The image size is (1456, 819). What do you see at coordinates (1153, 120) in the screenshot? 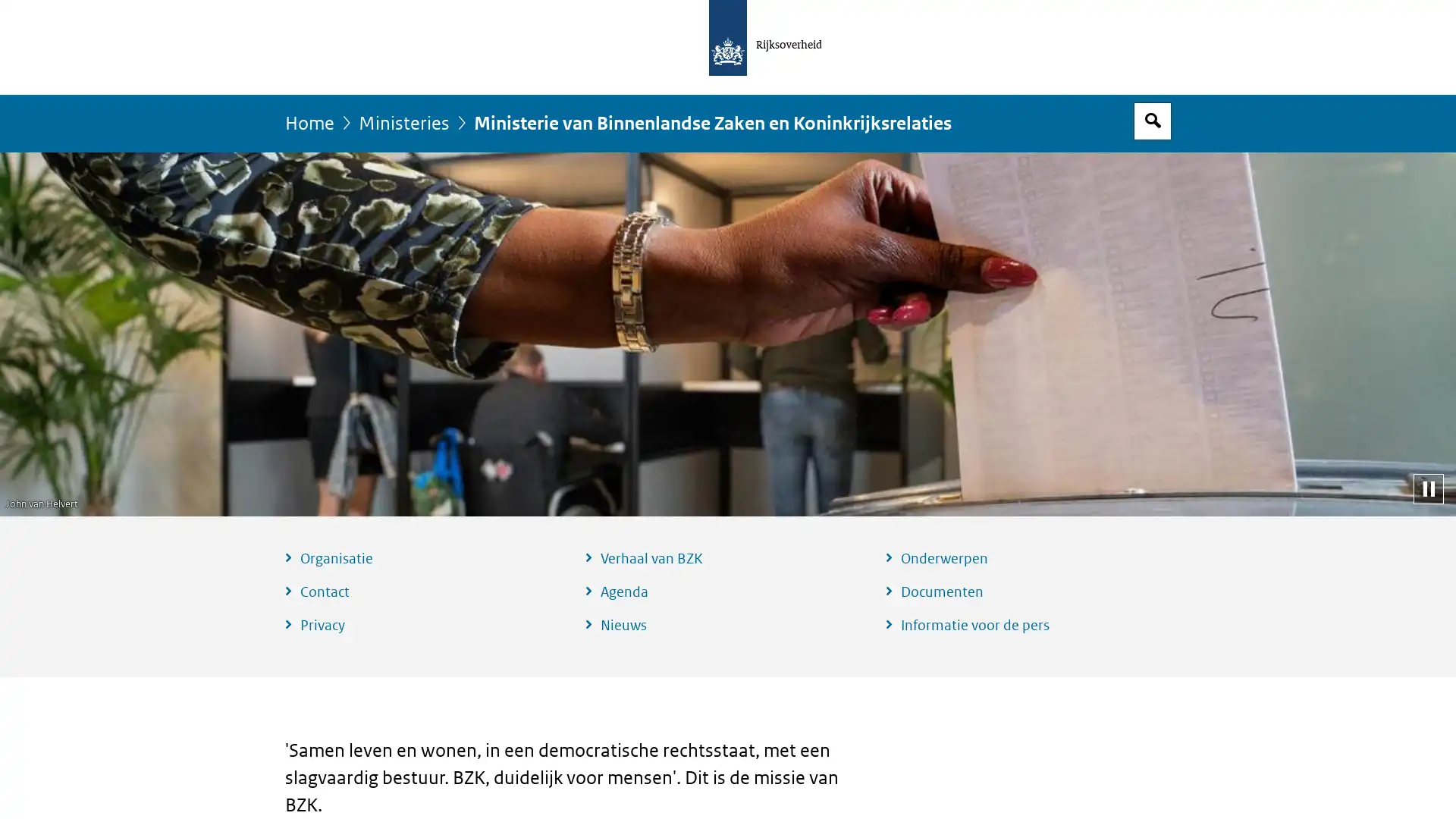
I see `Open zoekveld` at bounding box center [1153, 120].